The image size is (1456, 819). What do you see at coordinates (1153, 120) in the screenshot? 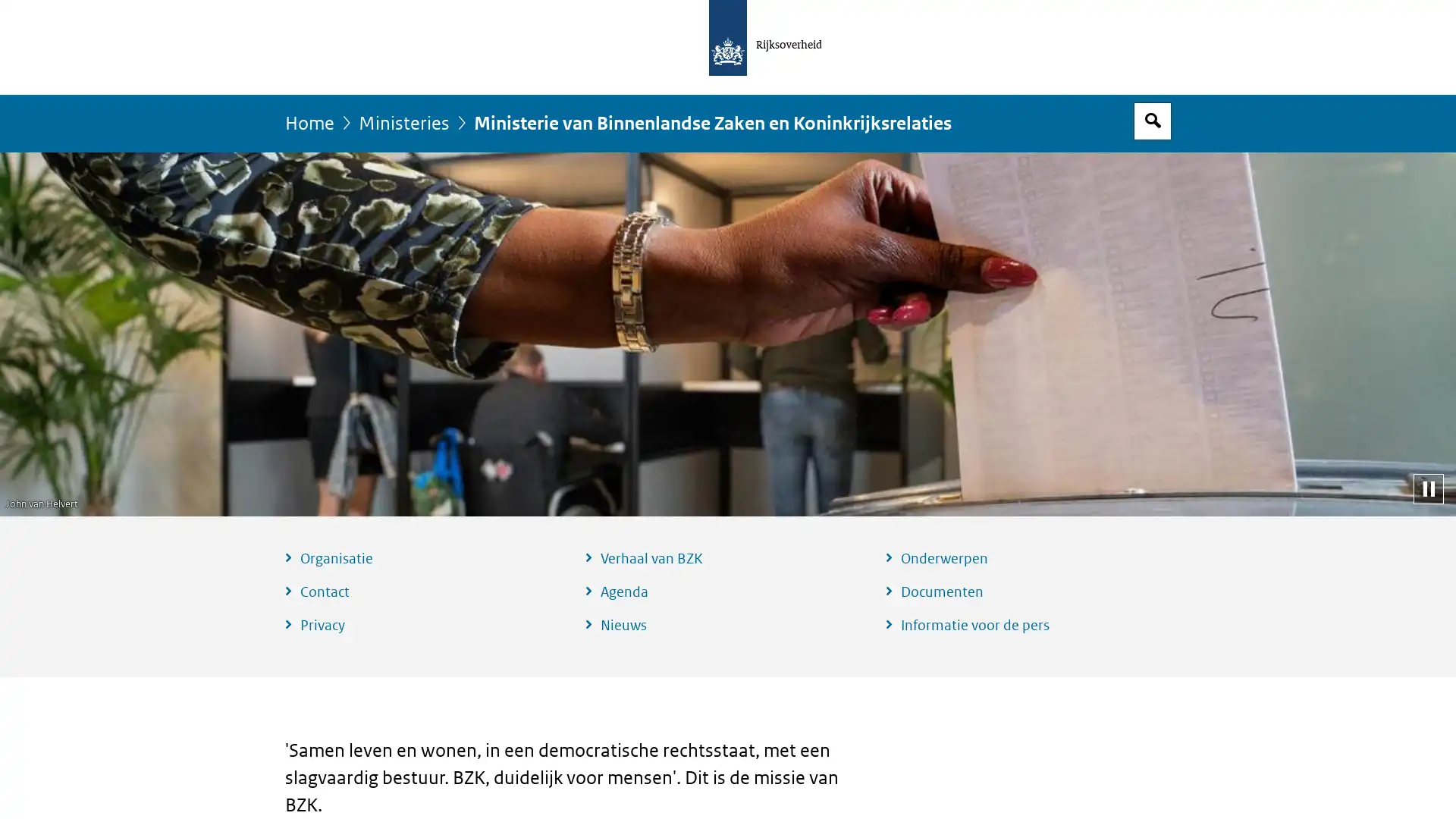
I see `Open zoekveld` at bounding box center [1153, 120].